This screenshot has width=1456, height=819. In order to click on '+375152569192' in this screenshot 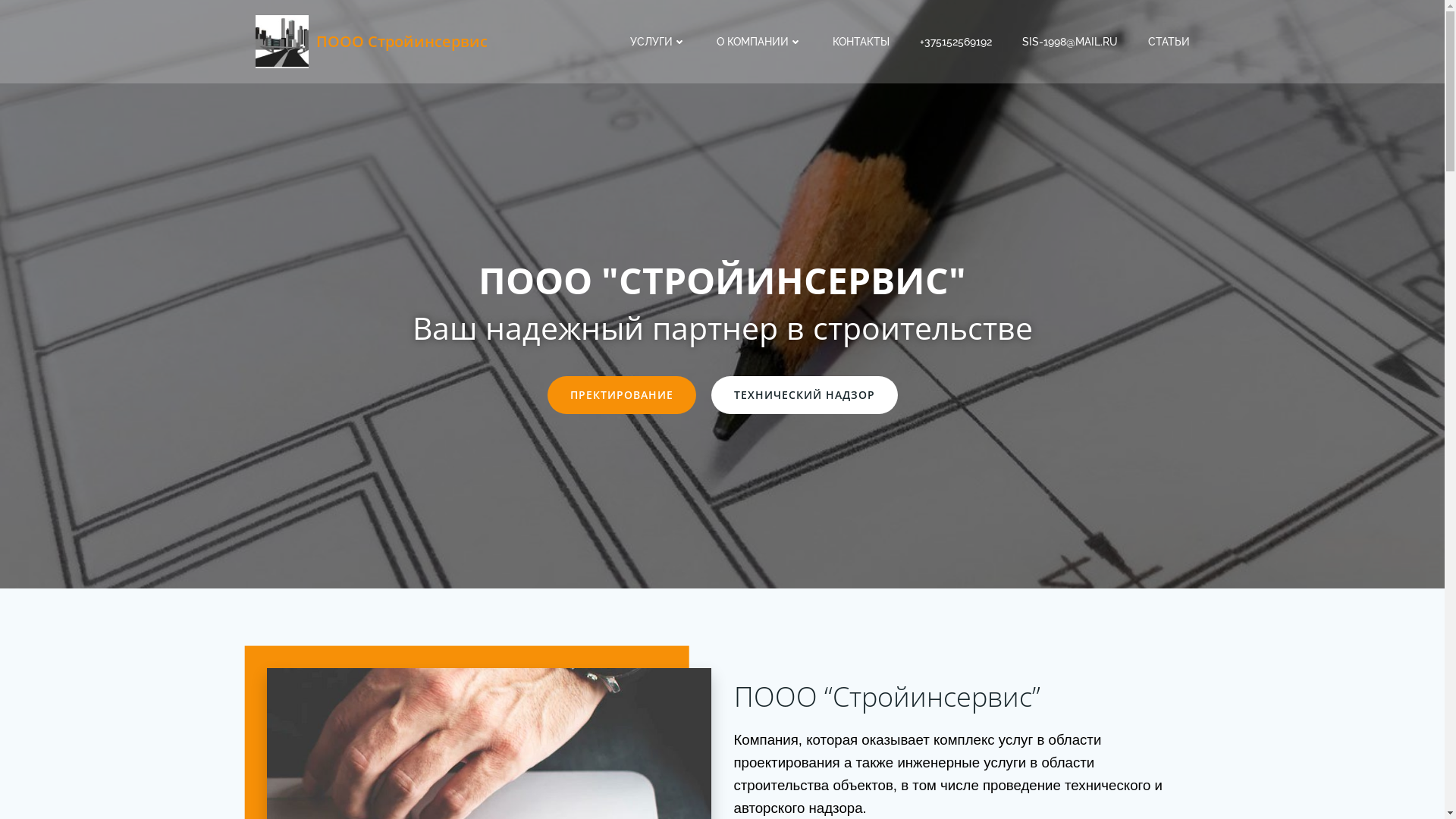, I will do `click(954, 40)`.